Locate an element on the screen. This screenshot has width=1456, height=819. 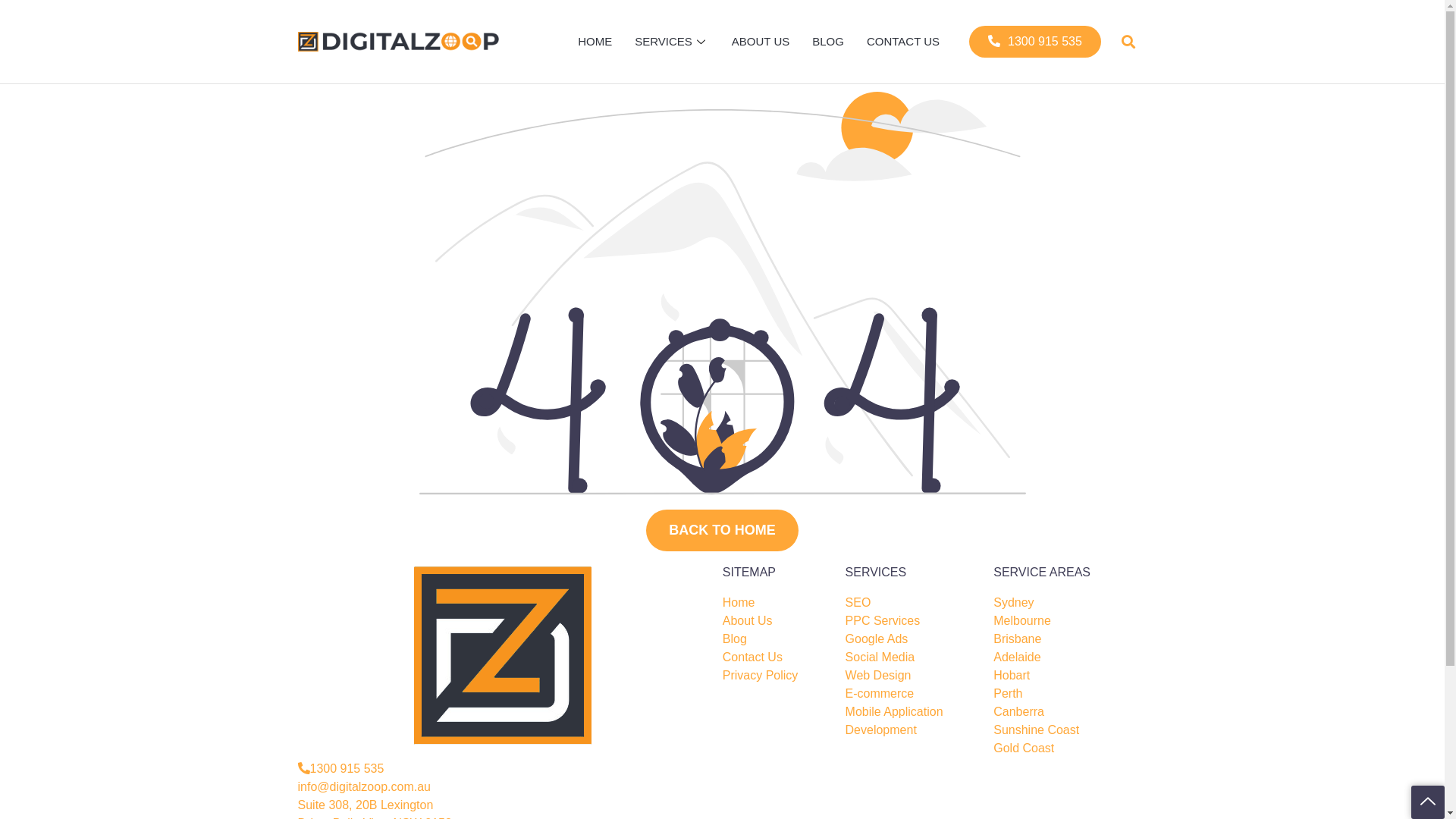
'Contact Us' is located at coordinates (722, 657).